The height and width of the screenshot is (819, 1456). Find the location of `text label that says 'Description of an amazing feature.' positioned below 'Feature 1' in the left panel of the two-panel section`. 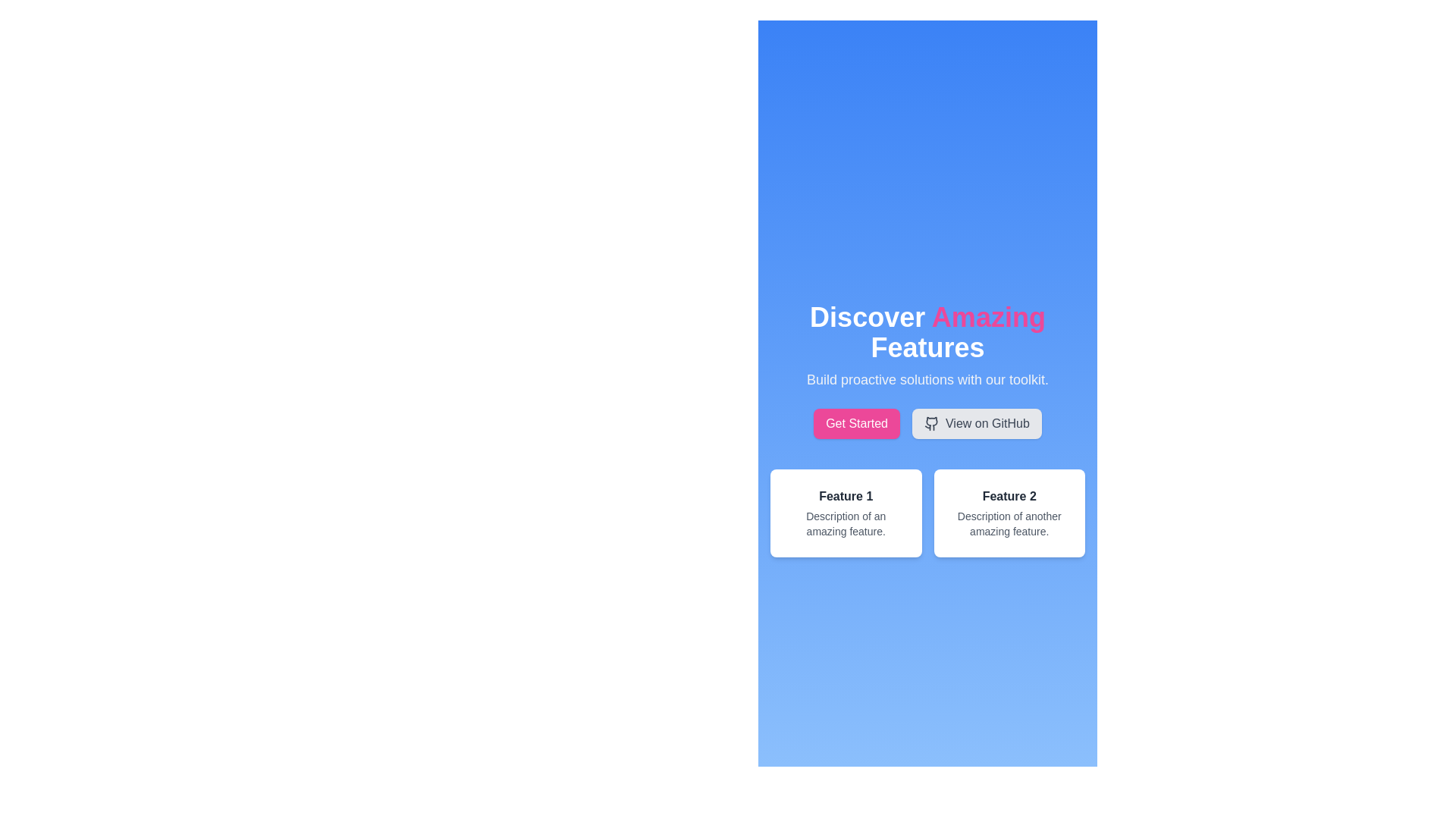

text label that says 'Description of an amazing feature.' positioned below 'Feature 1' in the left panel of the two-panel section is located at coordinates (845, 522).